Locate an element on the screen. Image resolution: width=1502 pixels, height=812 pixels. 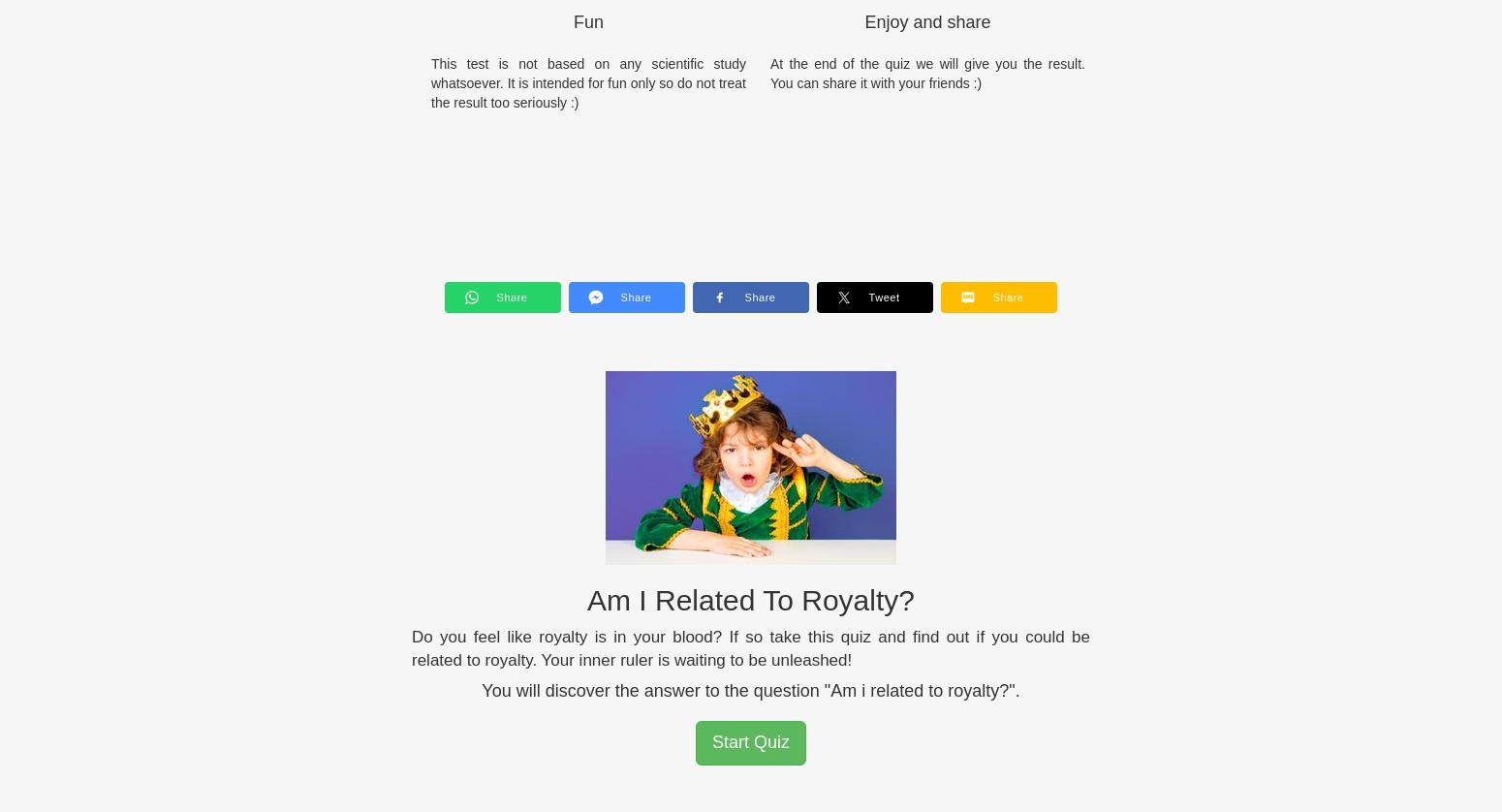
'Tweet' is located at coordinates (884, 296).